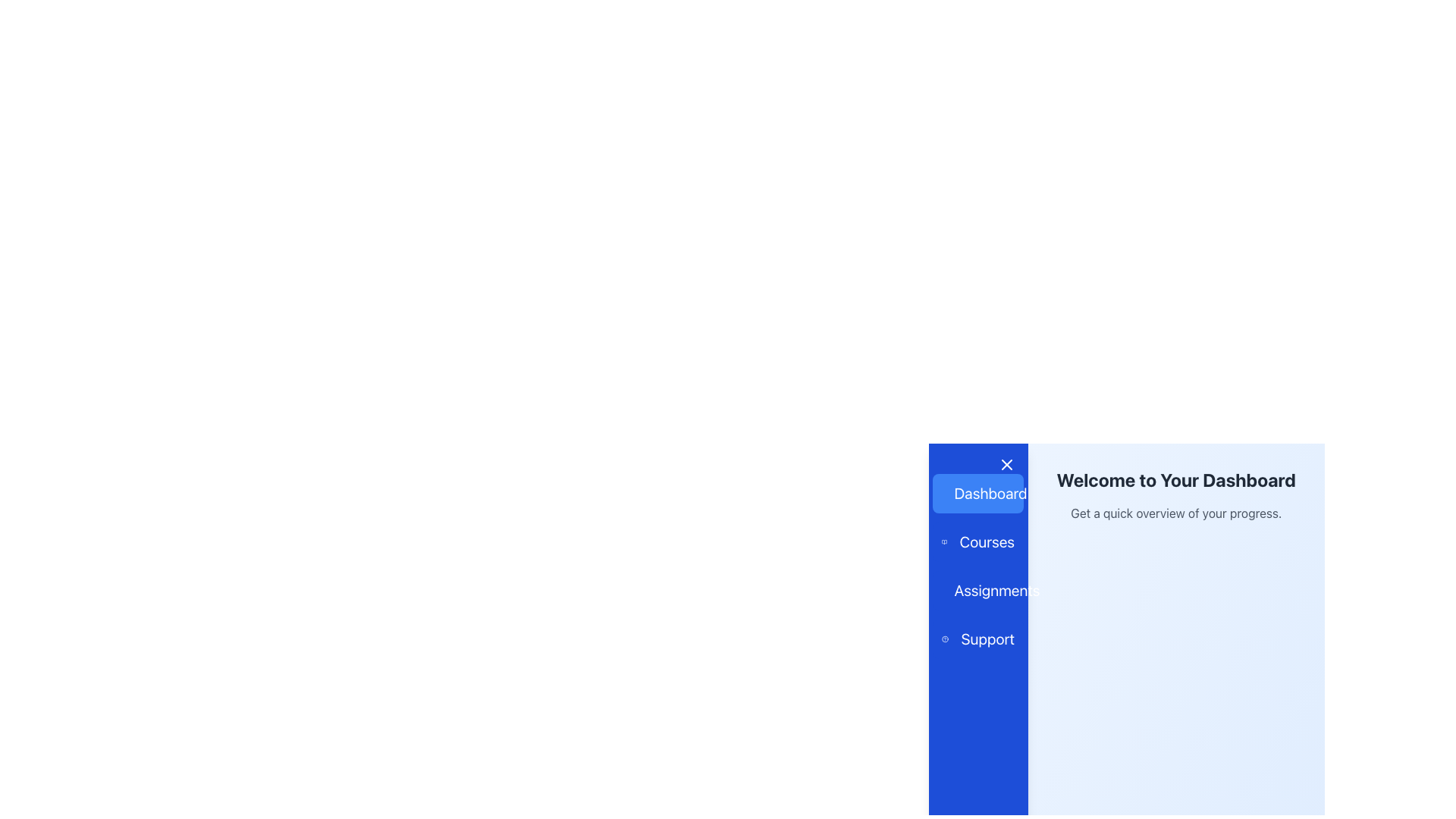 This screenshot has width=1456, height=819. Describe the element at coordinates (978, 541) in the screenshot. I see `the 'Courses' button, which is a rectangular button with a blue background and white text, located in the vertical navigation menu below the 'Dashboard' button` at that location.